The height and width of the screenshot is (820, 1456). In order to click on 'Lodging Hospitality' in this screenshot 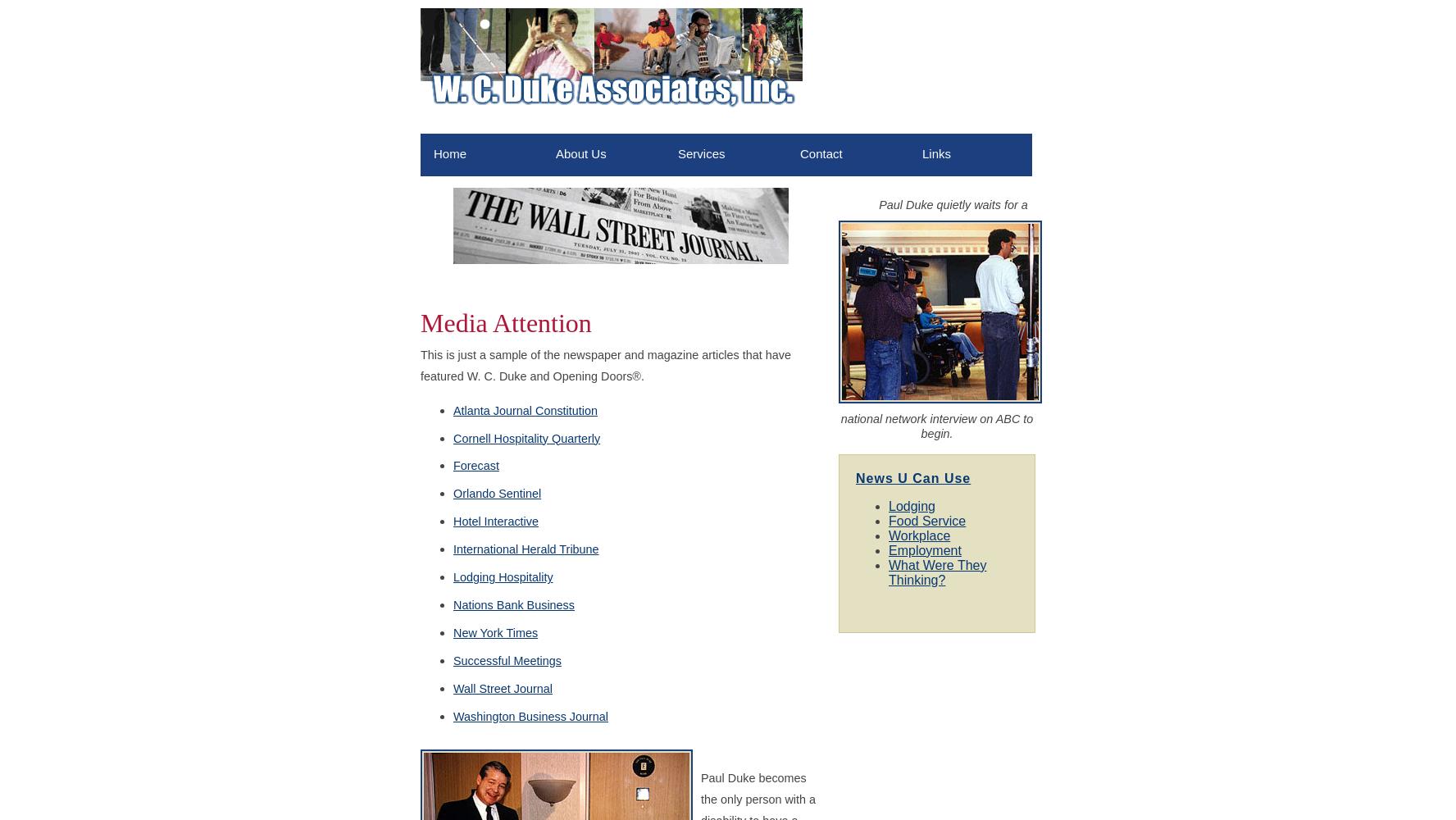, I will do `click(502, 576)`.